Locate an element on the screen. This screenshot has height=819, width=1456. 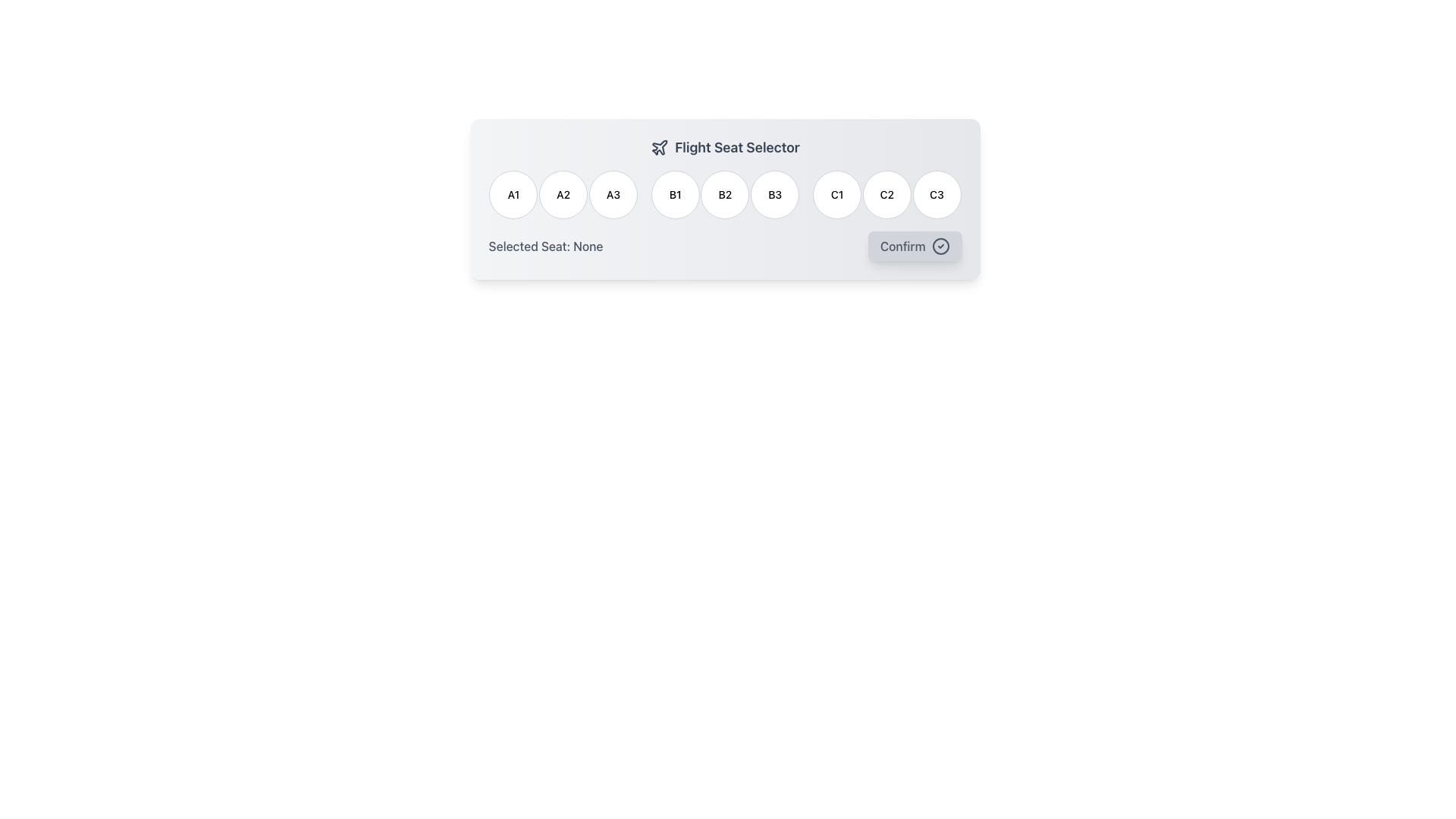
the selectable seat button labeled 'A1' in the flight seat selector interface is located at coordinates (513, 194).